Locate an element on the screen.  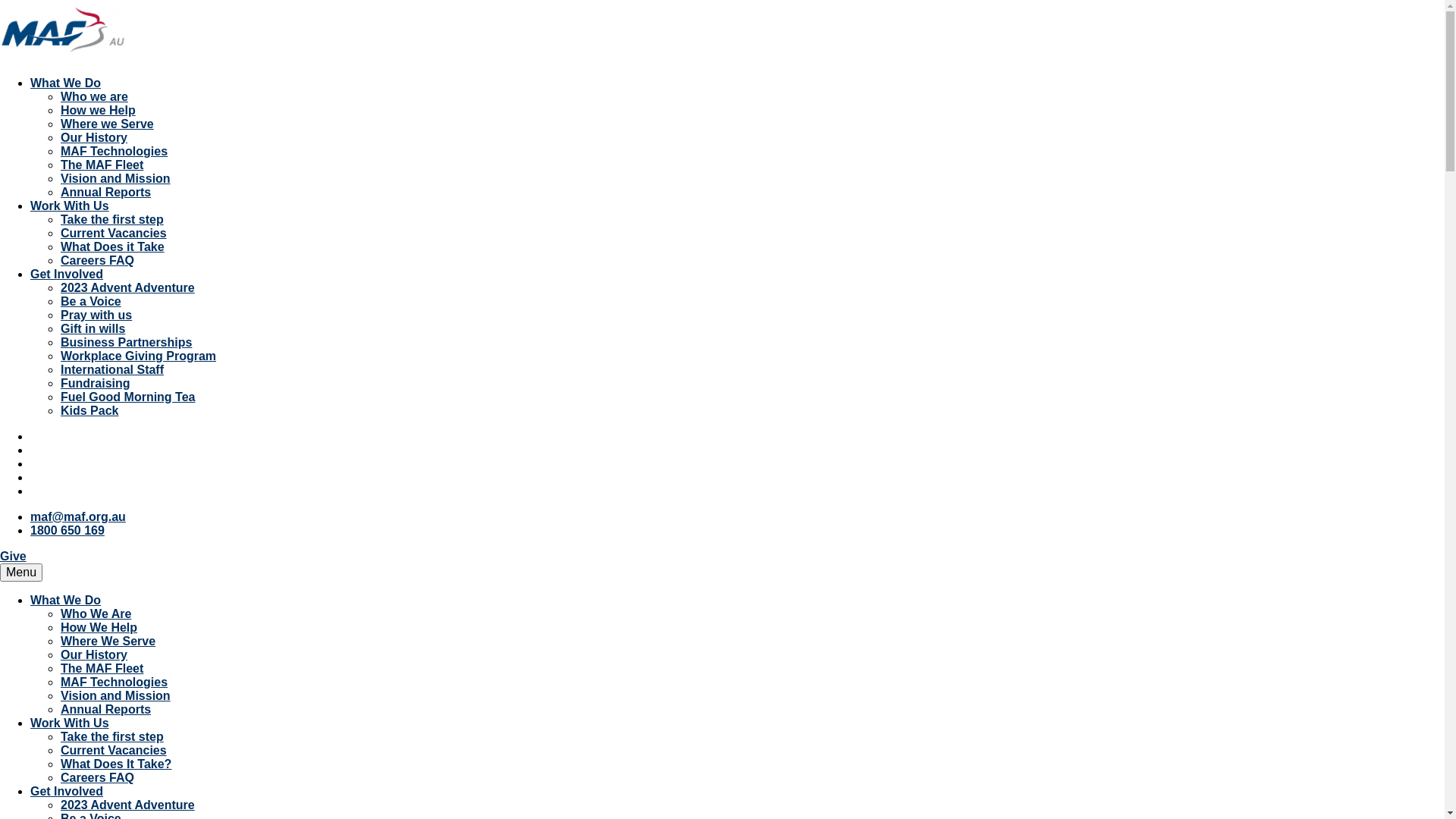
'Fundraising' is located at coordinates (61, 382).